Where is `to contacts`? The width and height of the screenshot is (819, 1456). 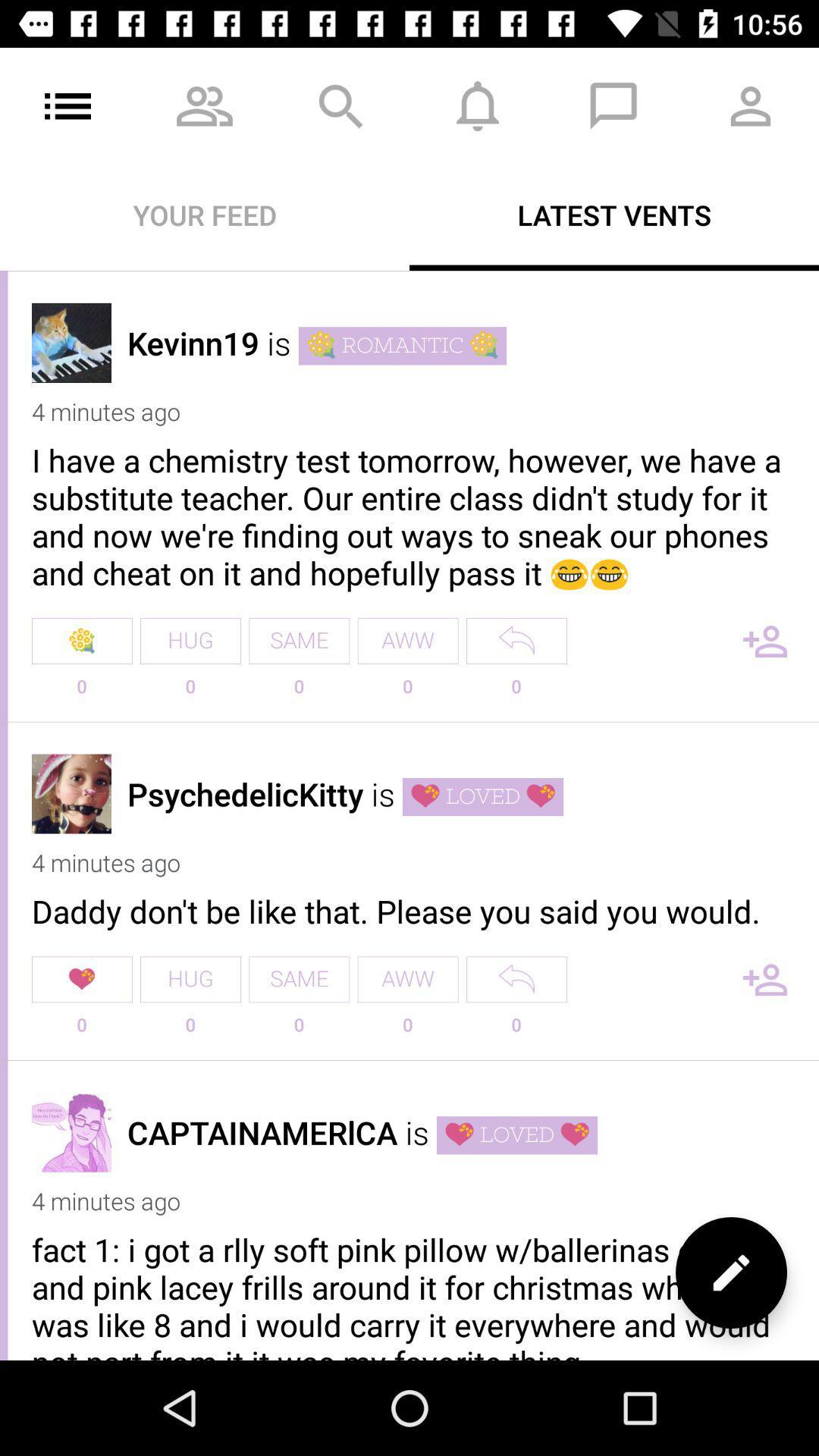 to contacts is located at coordinates (765, 979).